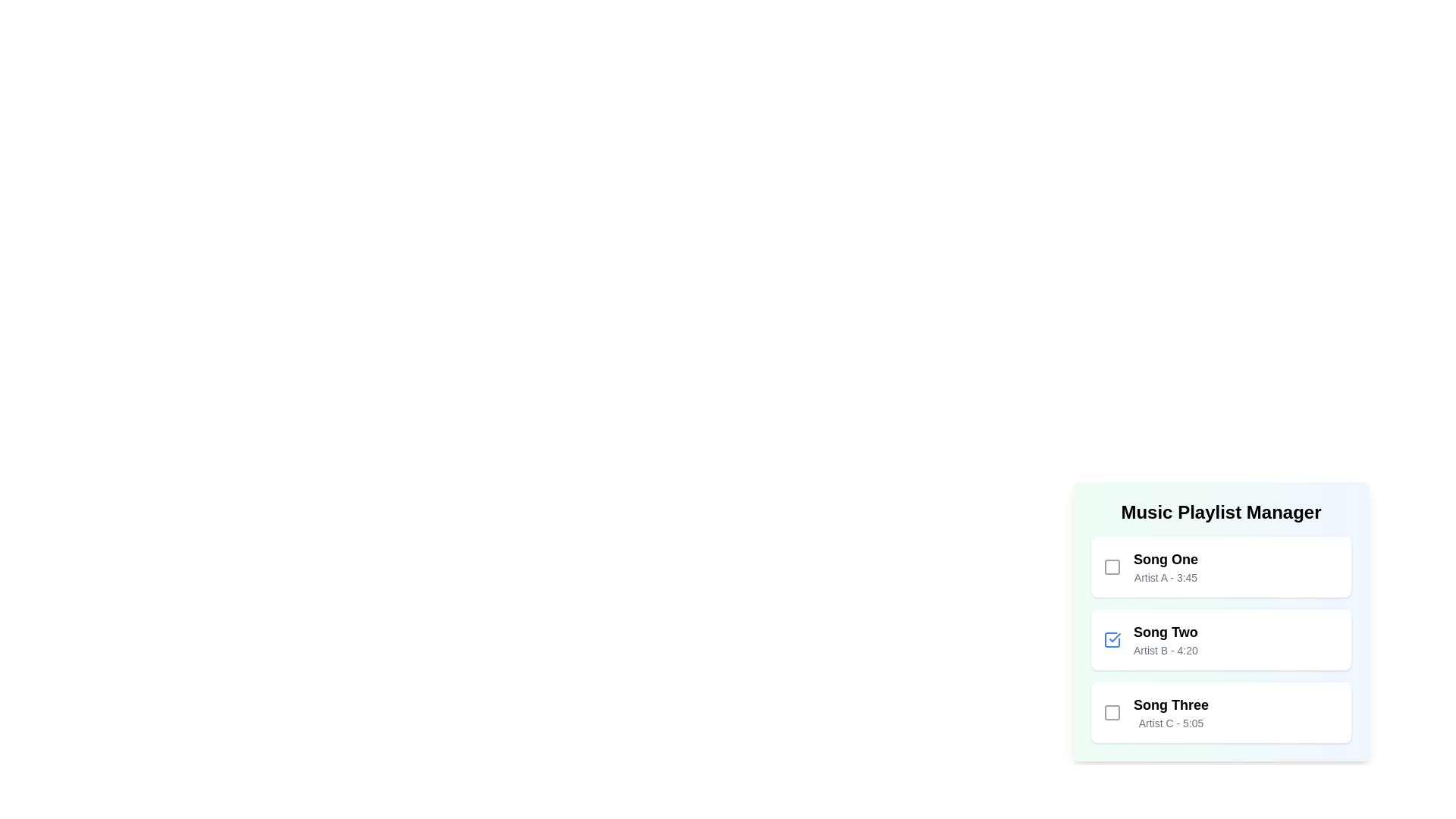 Image resolution: width=1456 pixels, height=819 pixels. Describe the element at coordinates (1170, 722) in the screenshot. I see `the text label displaying the artist's name and track duration at the bottom of the 'Song Three' card in the 'Music Playlist Manager'` at that location.